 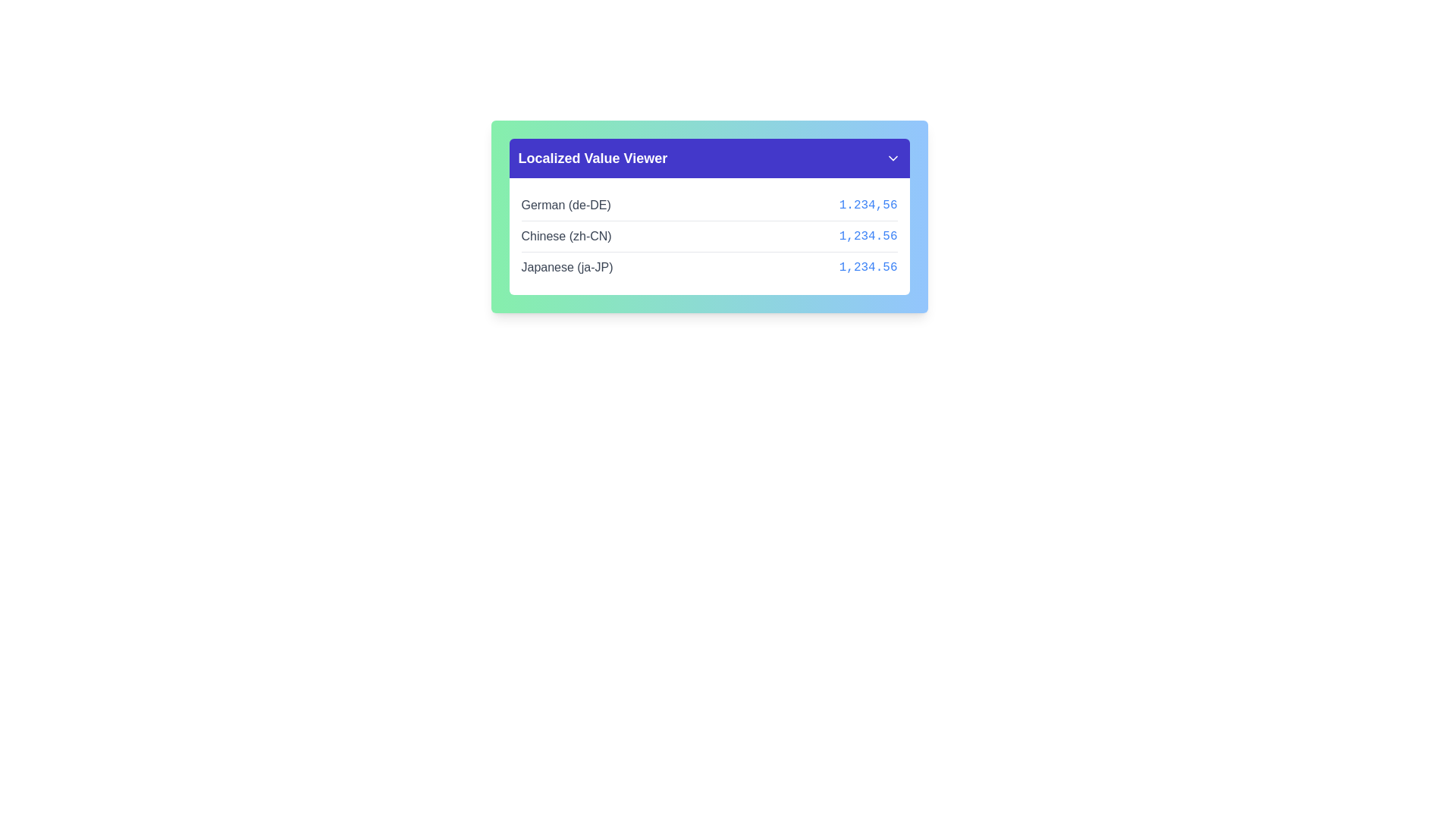 What do you see at coordinates (565, 205) in the screenshot?
I see `the static text displaying 'German (de-DE)' in dark gray within the 'Localized Value Viewer' panel, positioned at the uppermost row and aligned to the left side of the row` at bounding box center [565, 205].